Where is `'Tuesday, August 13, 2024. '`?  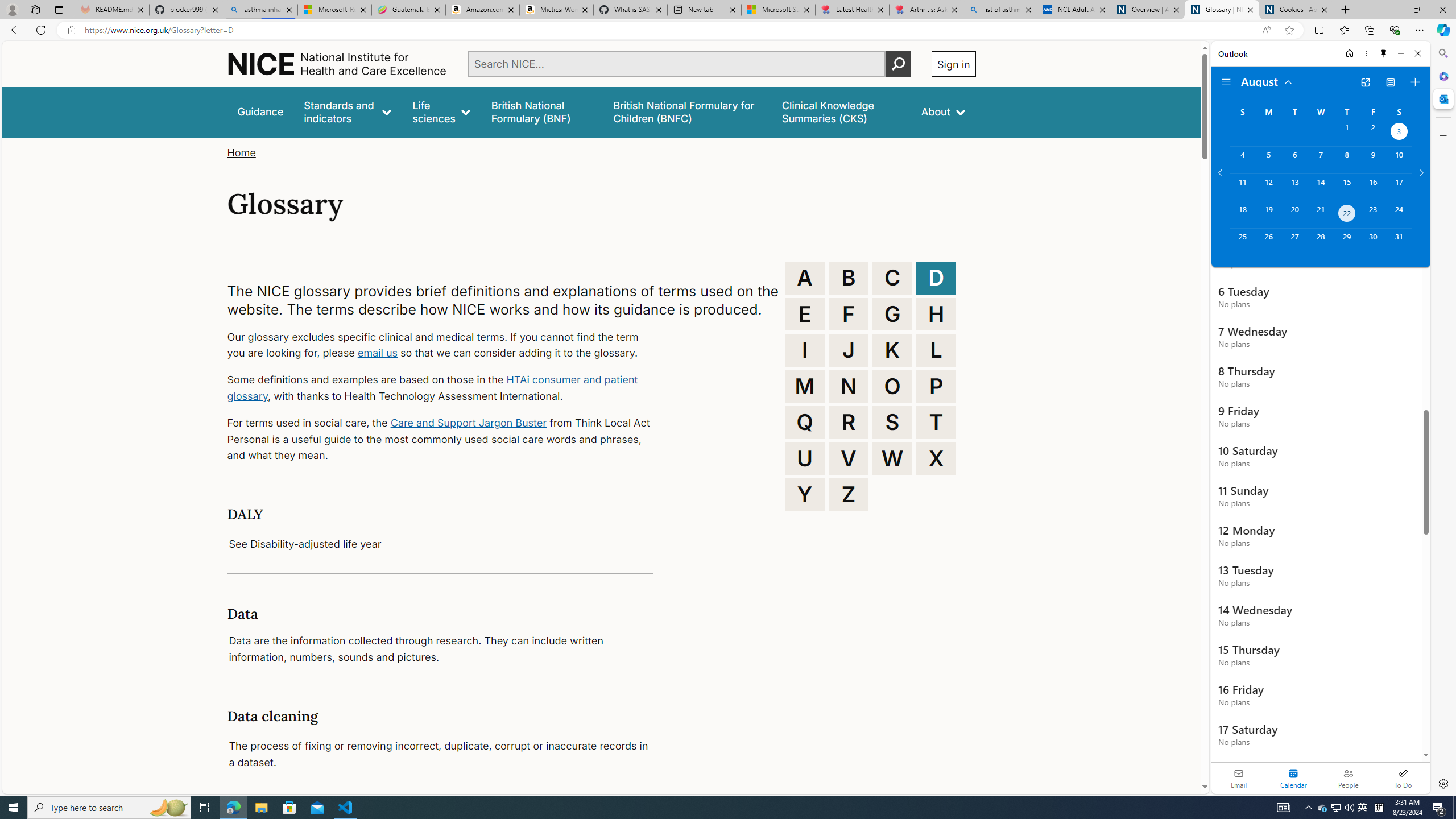
'Tuesday, August 13, 2024. ' is located at coordinates (1293, 187).